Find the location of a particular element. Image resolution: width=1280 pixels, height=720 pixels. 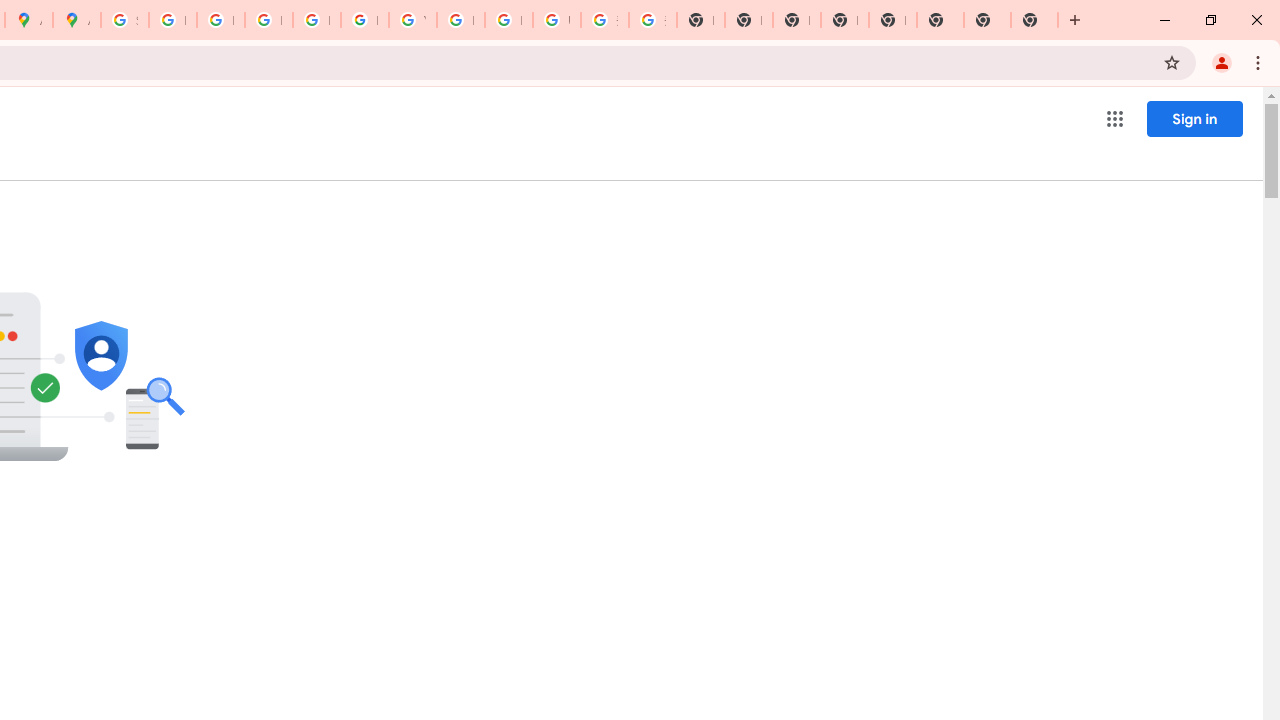

'New Tab' is located at coordinates (987, 20).